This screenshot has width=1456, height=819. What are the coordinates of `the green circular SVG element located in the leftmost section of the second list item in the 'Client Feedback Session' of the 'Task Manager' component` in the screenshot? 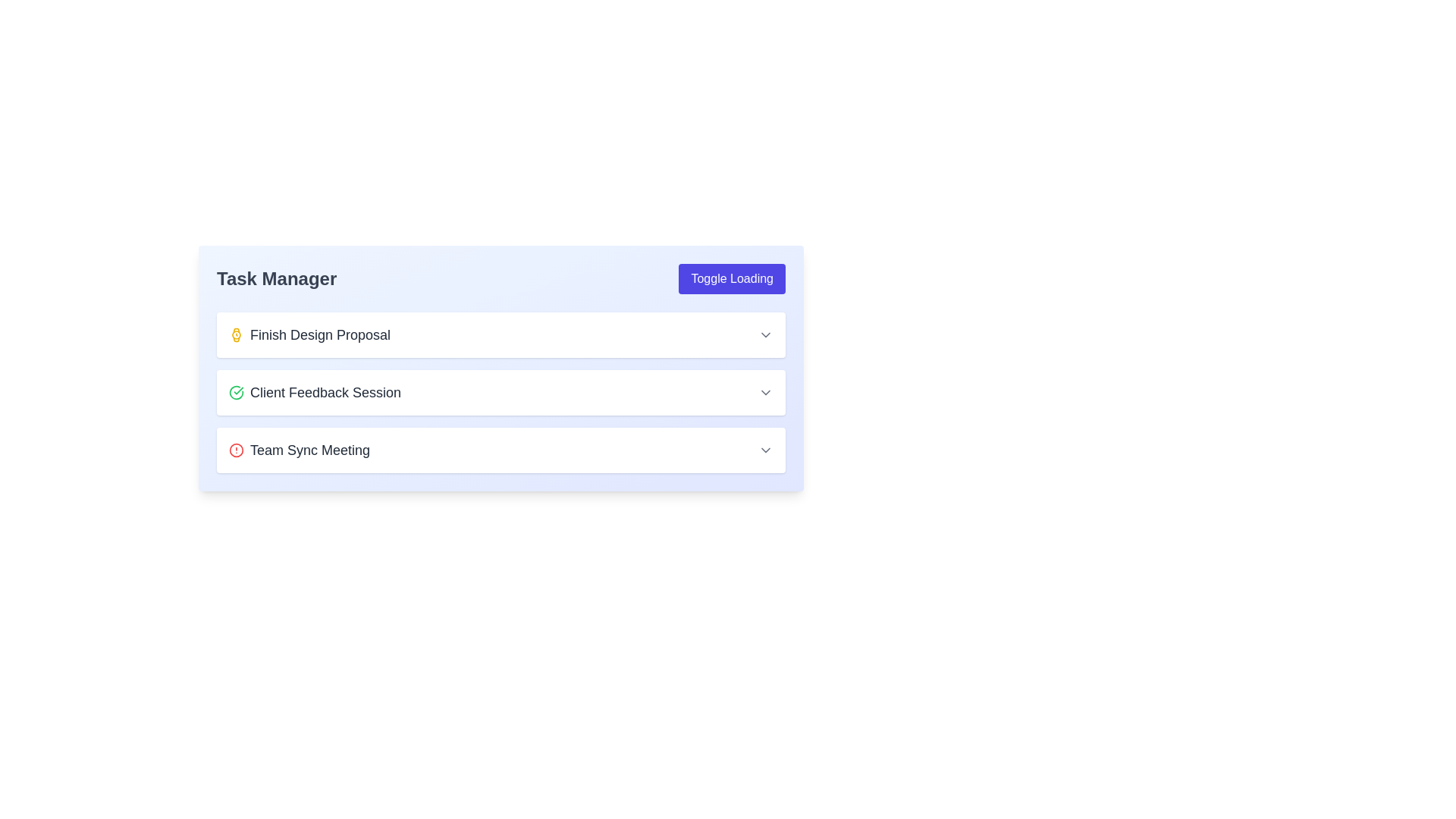 It's located at (236, 391).